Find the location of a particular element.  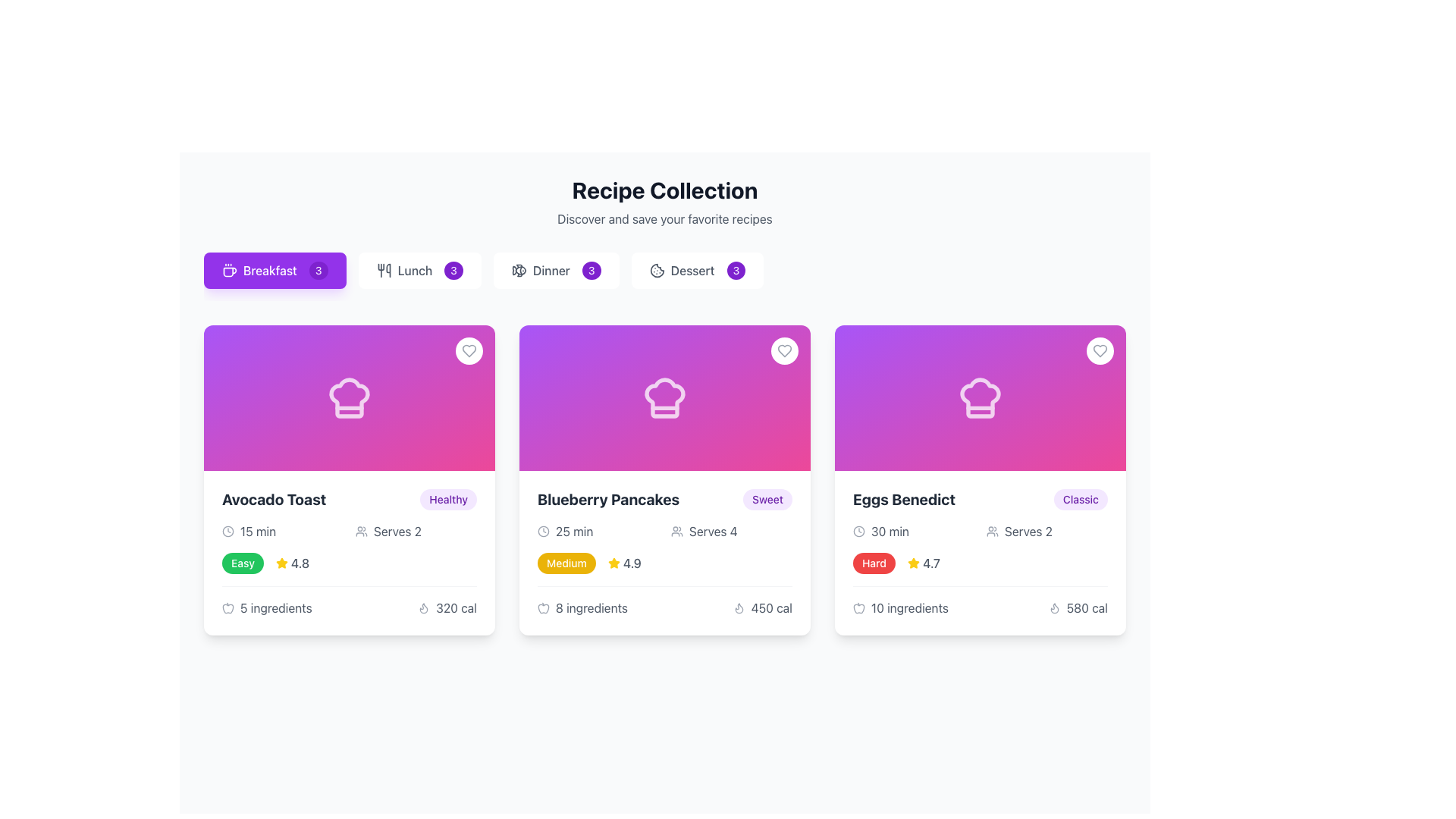

the numerical indicator badge displaying the value '3', which is located at the upper-right corner of the 'Dessert' button in the 'Recipe Collection' section is located at coordinates (736, 270).